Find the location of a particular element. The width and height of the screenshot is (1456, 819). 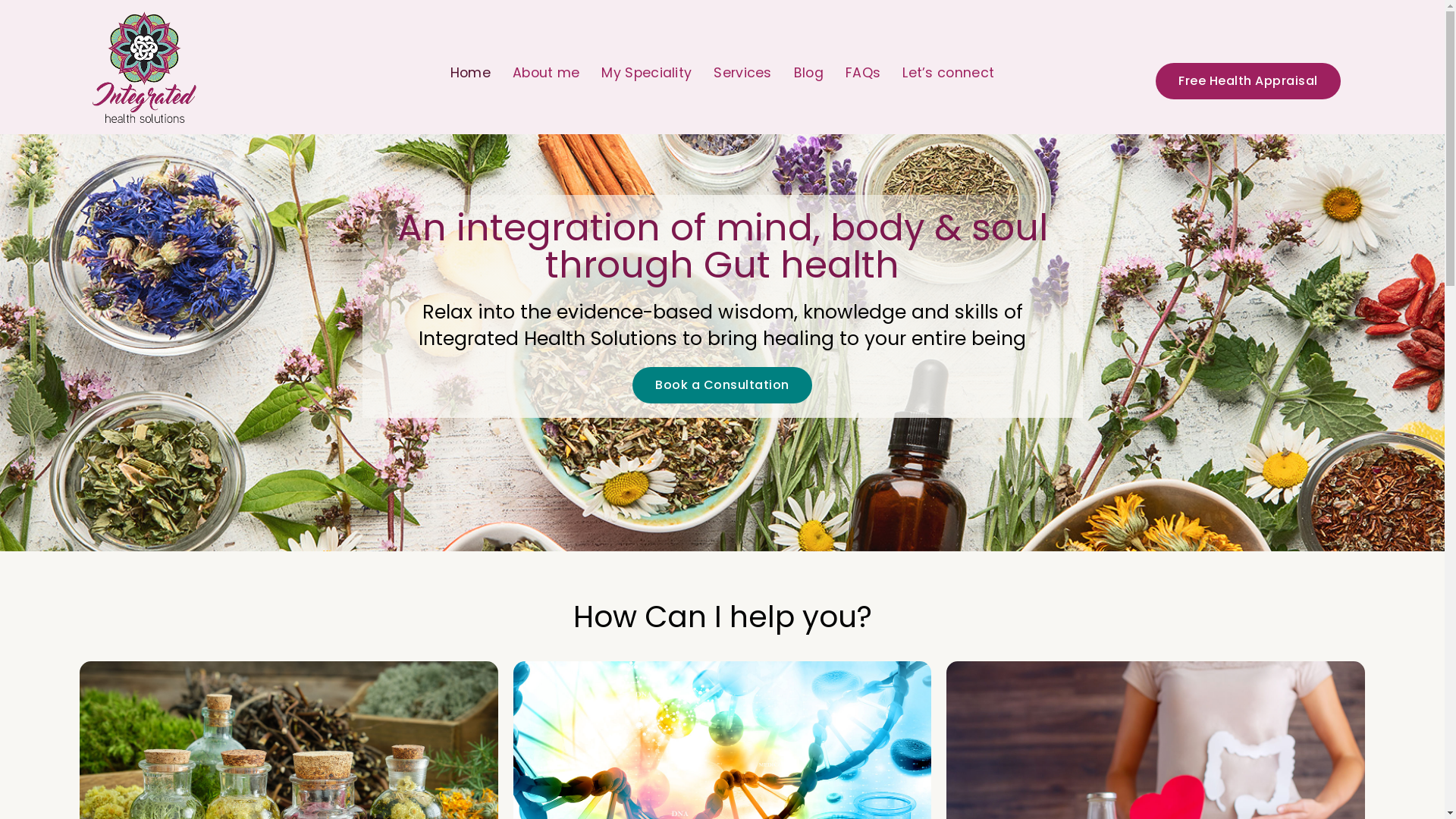

'FAQs' is located at coordinates (862, 73).